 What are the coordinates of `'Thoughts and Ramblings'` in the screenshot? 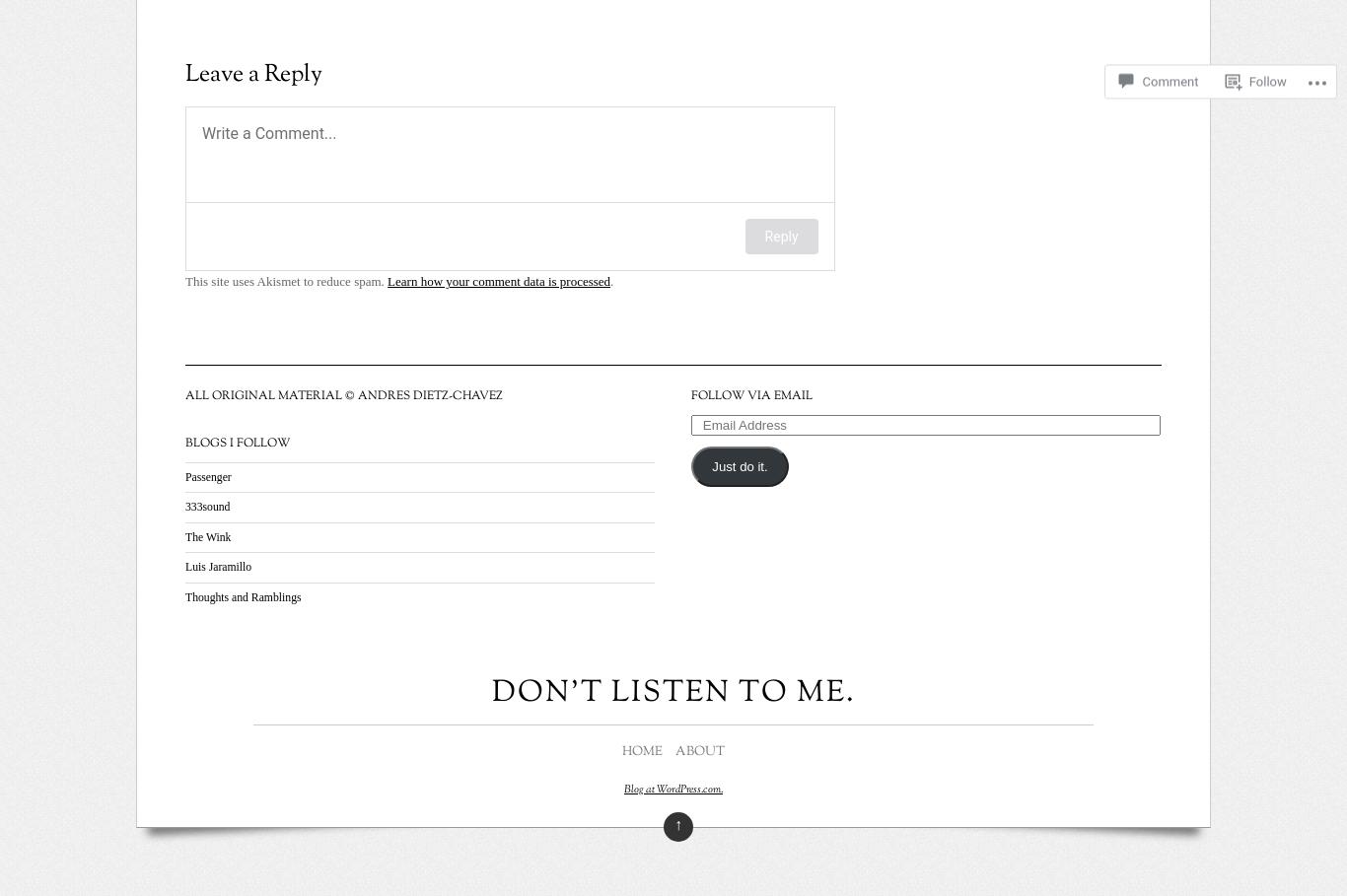 It's located at (243, 596).